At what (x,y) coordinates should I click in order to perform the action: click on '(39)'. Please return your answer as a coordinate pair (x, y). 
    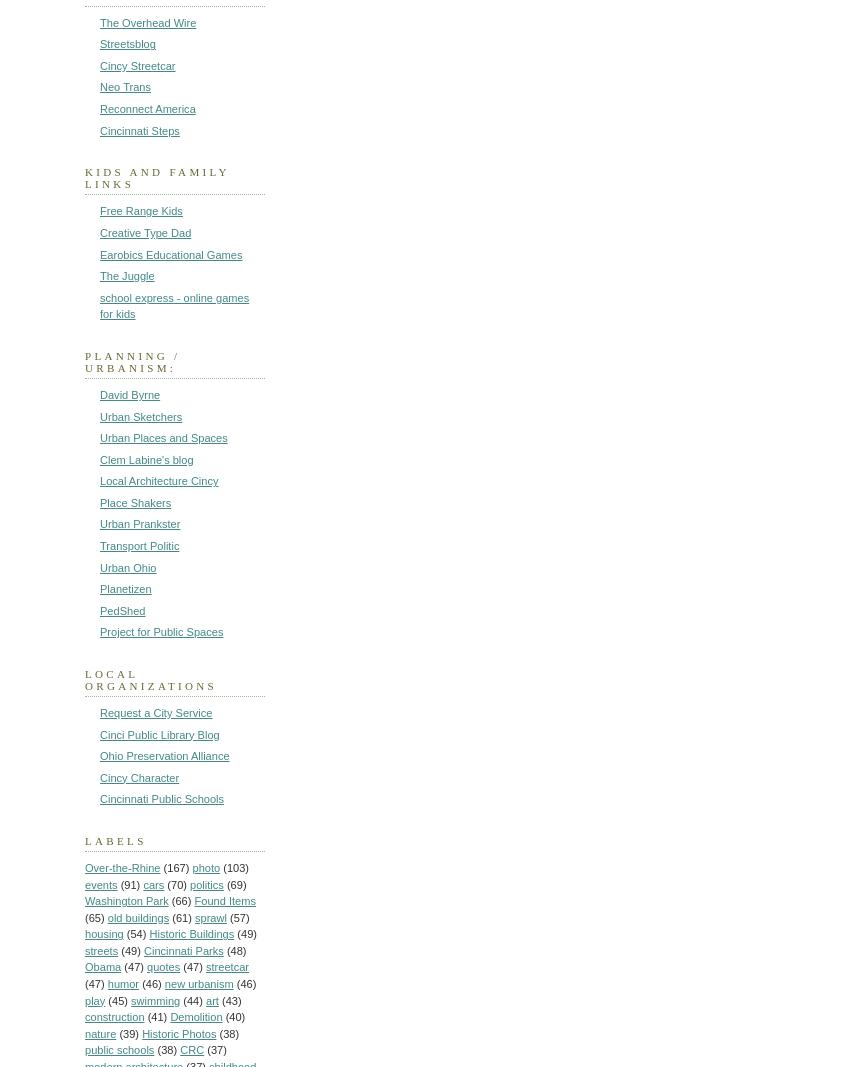
    Looking at the image, I should click on (118, 1032).